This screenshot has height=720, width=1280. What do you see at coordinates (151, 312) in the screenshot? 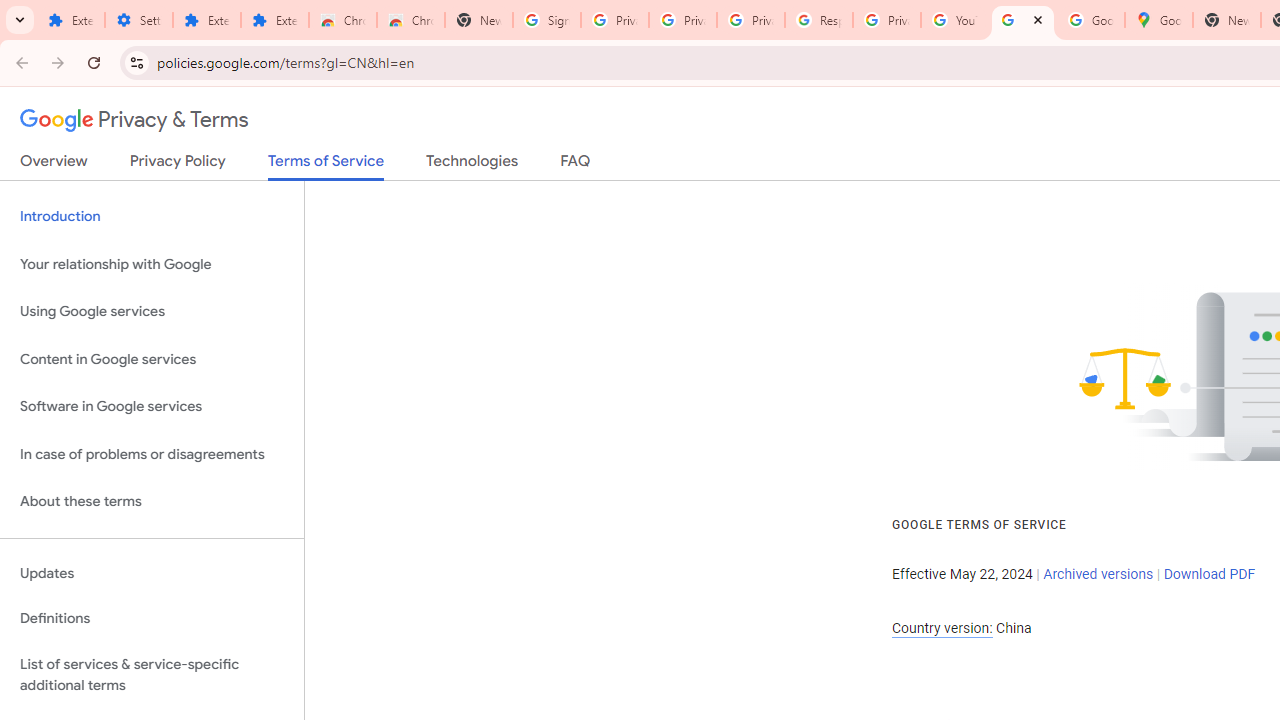
I see `'Using Google services'` at bounding box center [151, 312].